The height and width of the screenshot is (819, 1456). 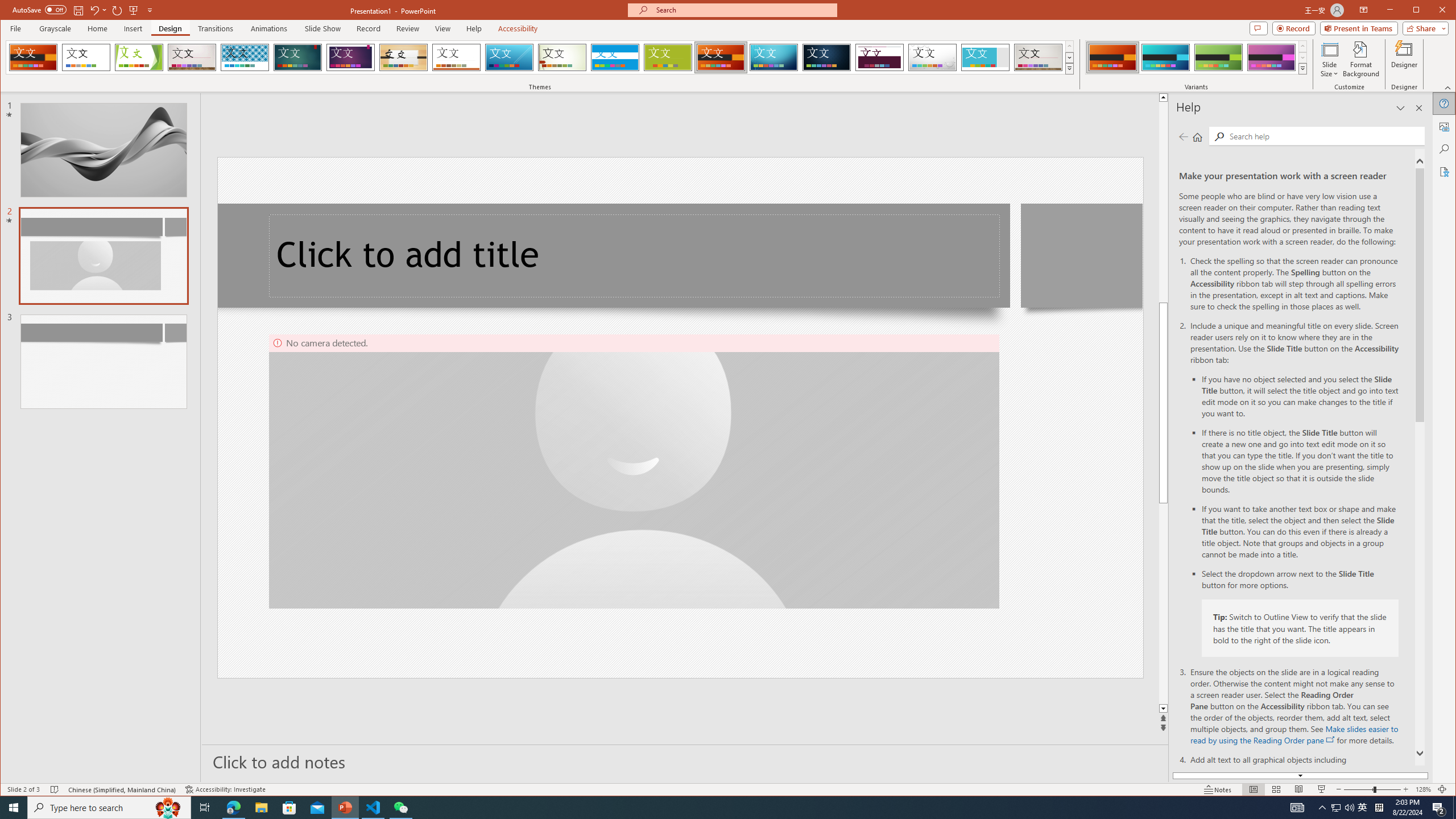 I want to click on 'Variants', so click(x=1302, y=68).